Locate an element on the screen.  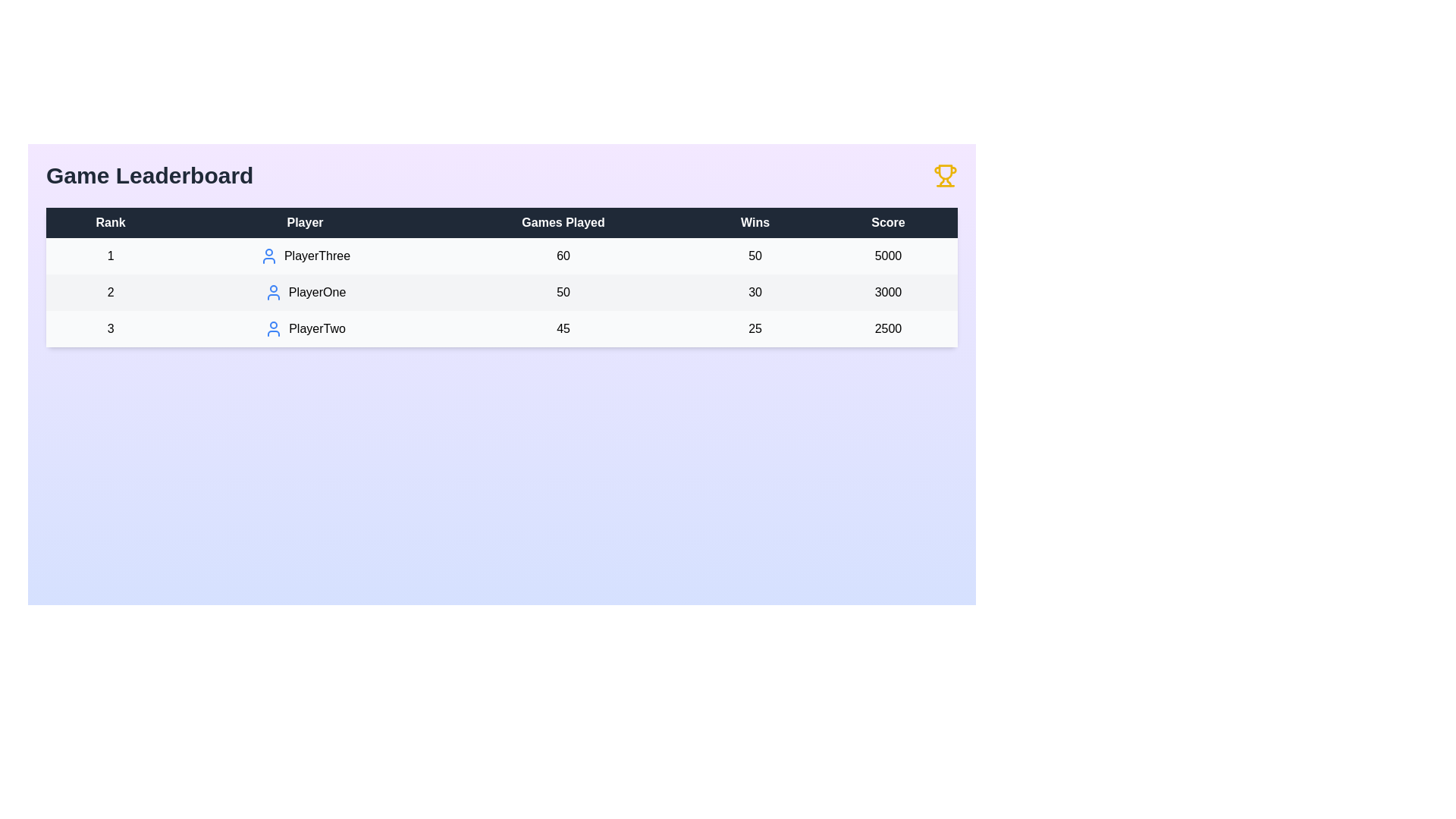
the trophy icon representing achievements in the Game Leaderboard component, located in the upper-right corner is located at coordinates (945, 174).